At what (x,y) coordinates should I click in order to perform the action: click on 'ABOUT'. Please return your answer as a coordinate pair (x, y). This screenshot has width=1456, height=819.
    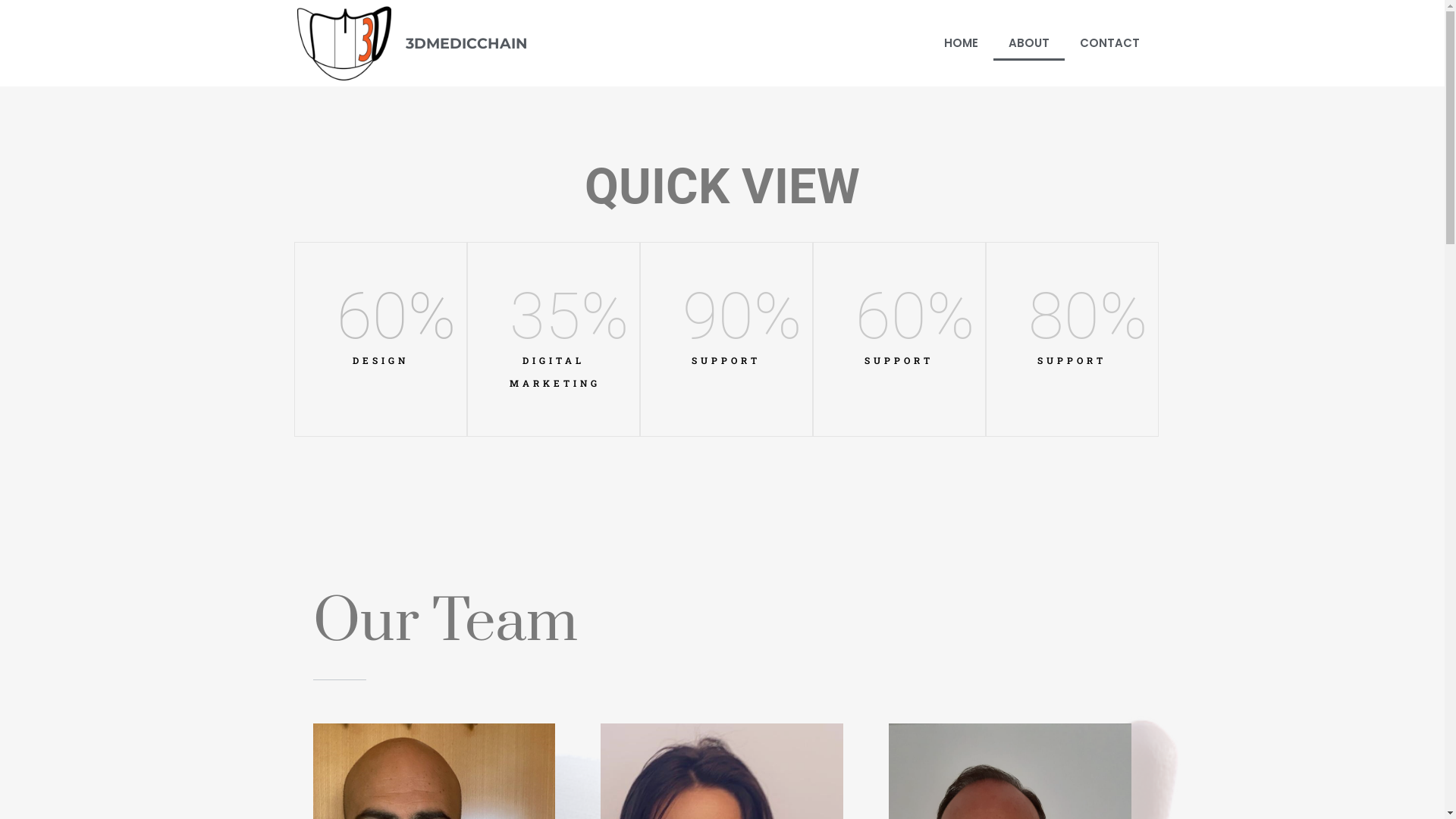
    Looking at the image, I should click on (1029, 42).